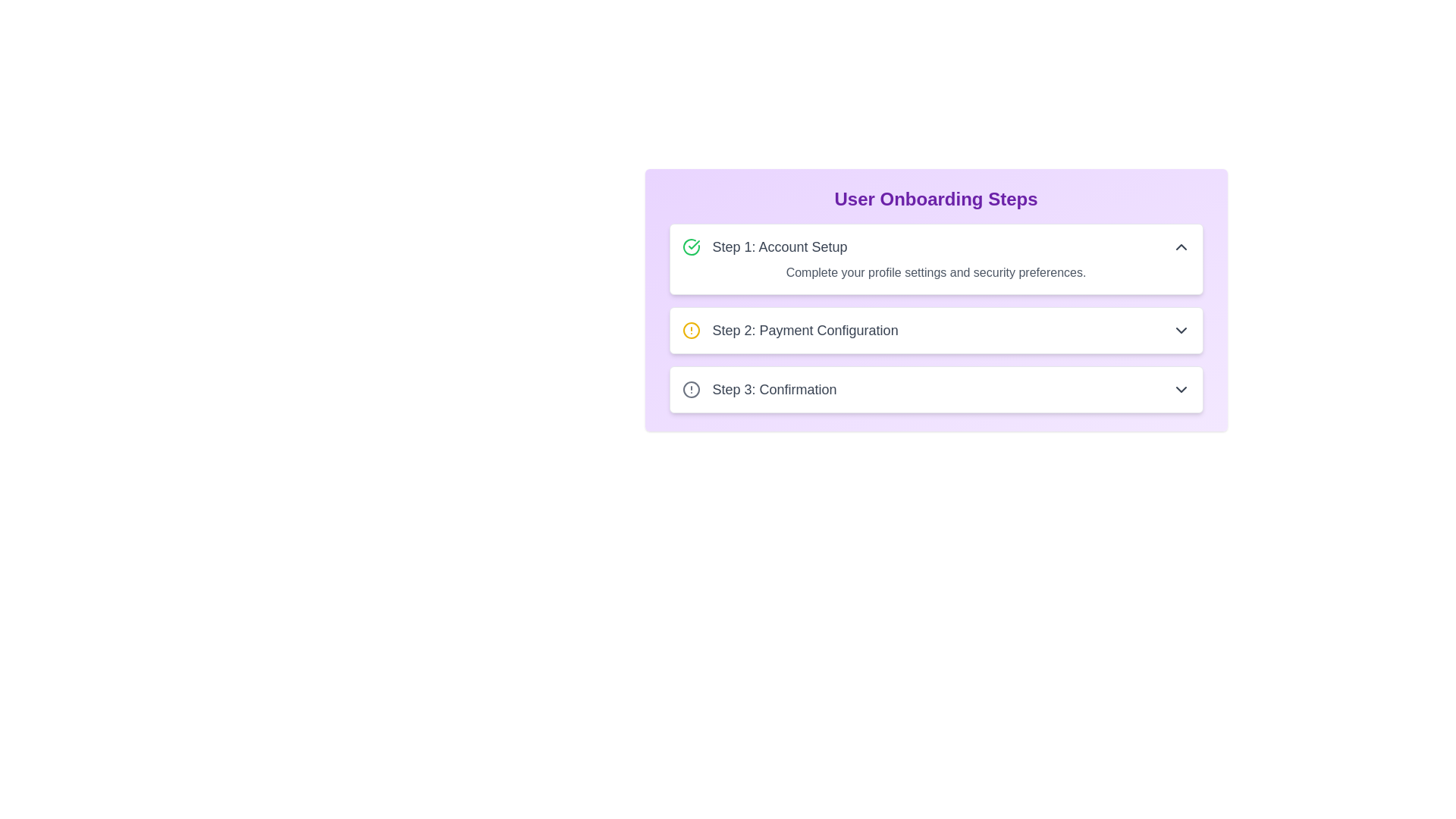 The height and width of the screenshot is (819, 1456). What do you see at coordinates (759, 388) in the screenshot?
I see `text label 'Step 3: Confirmation' in the user onboarding process interface, which includes a gray alert circle icon on its left side` at bounding box center [759, 388].